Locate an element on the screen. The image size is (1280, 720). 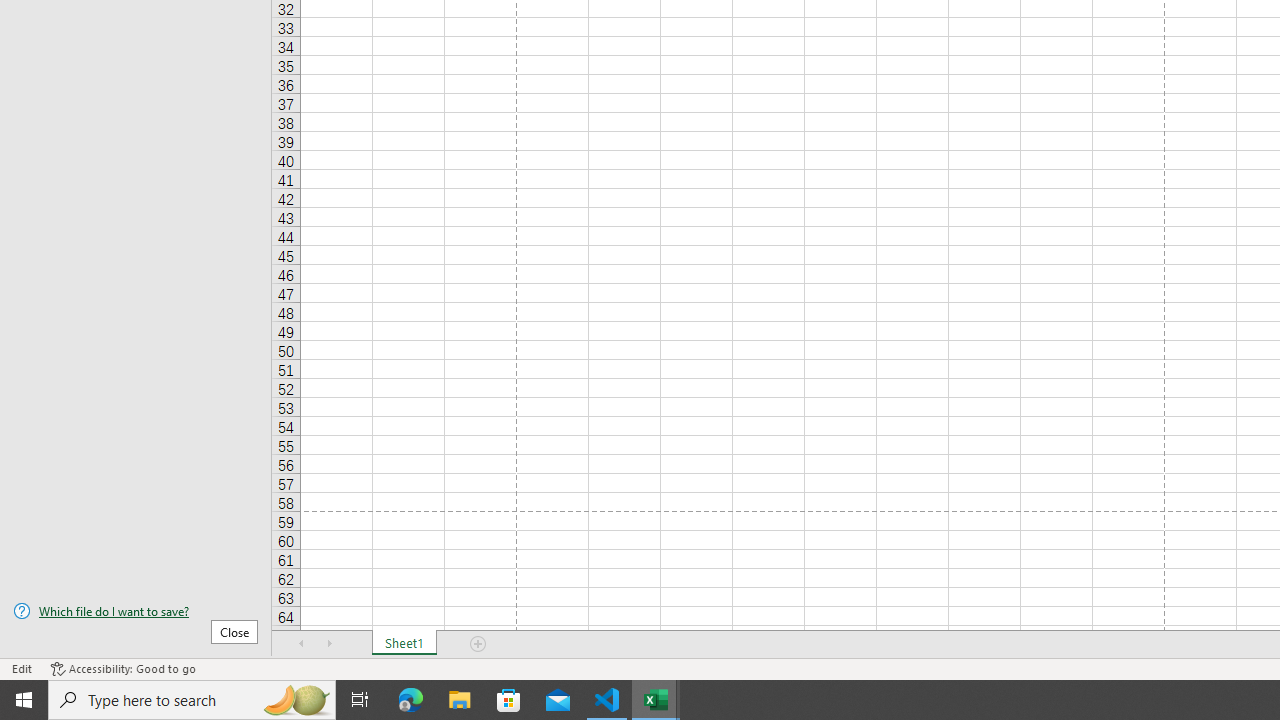
'Task View' is located at coordinates (359, 698).